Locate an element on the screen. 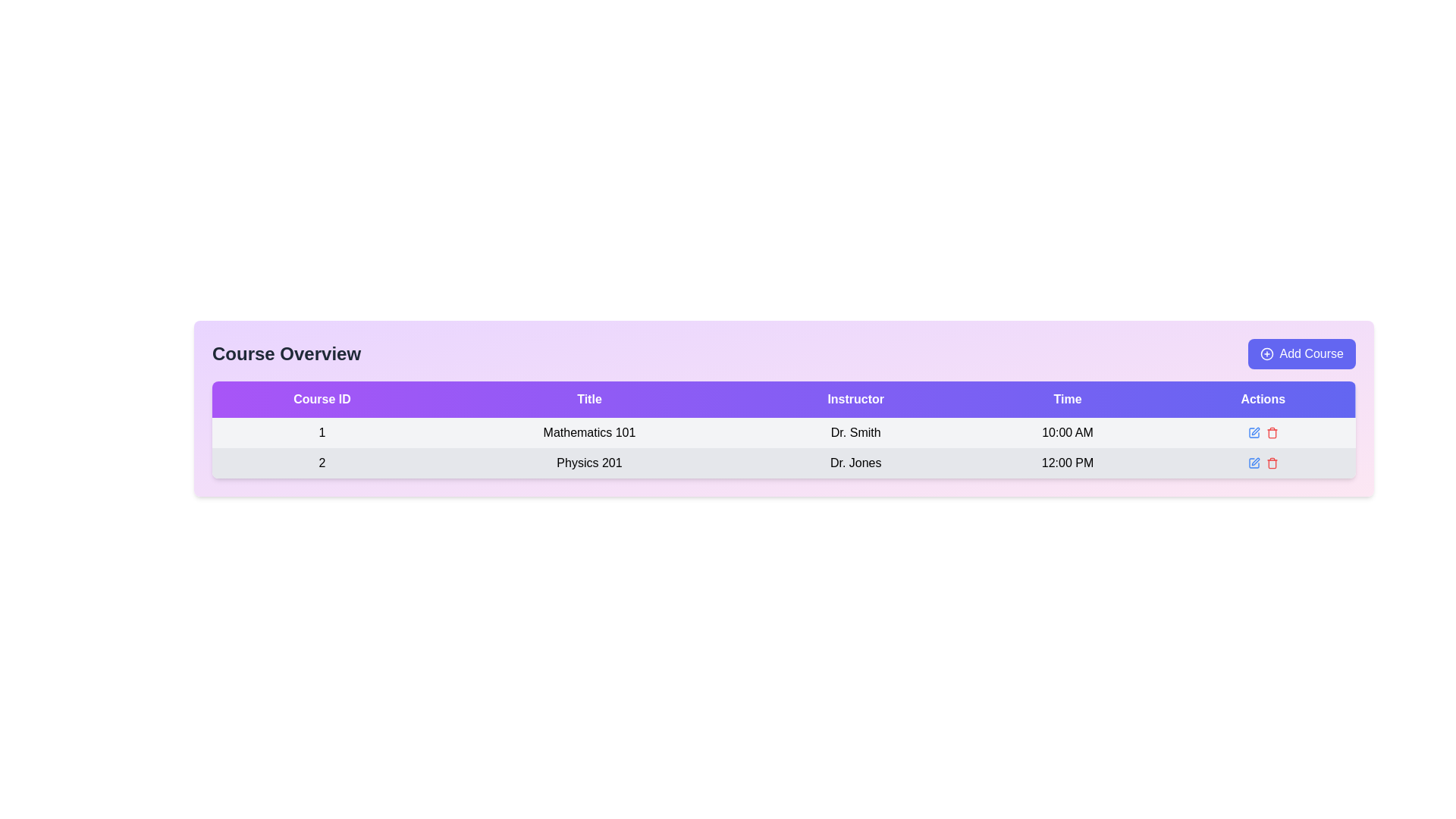 The height and width of the screenshot is (819, 1456). the editing button located in the 'Actions' column of the table, aligned with the 'Physics 201' row, to initiate editing is located at coordinates (1254, 462).